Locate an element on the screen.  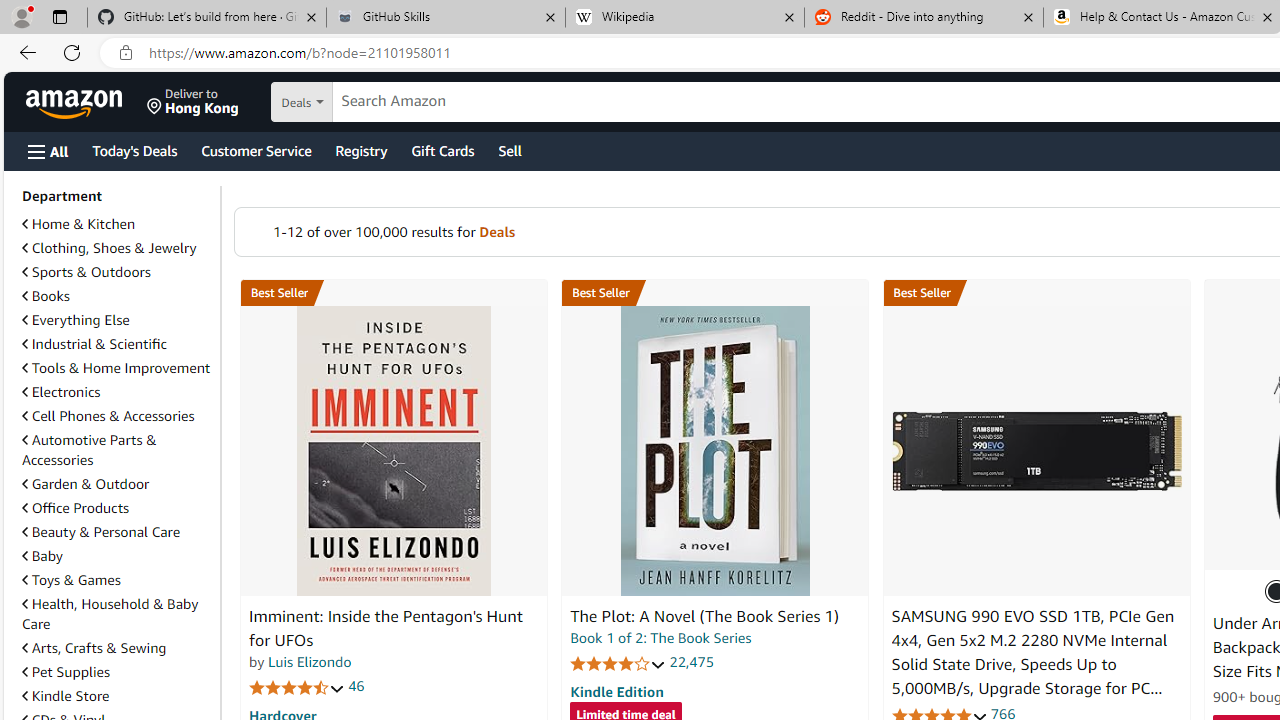
'Tools & Home Improvement' is located at coordinates (115, 368).